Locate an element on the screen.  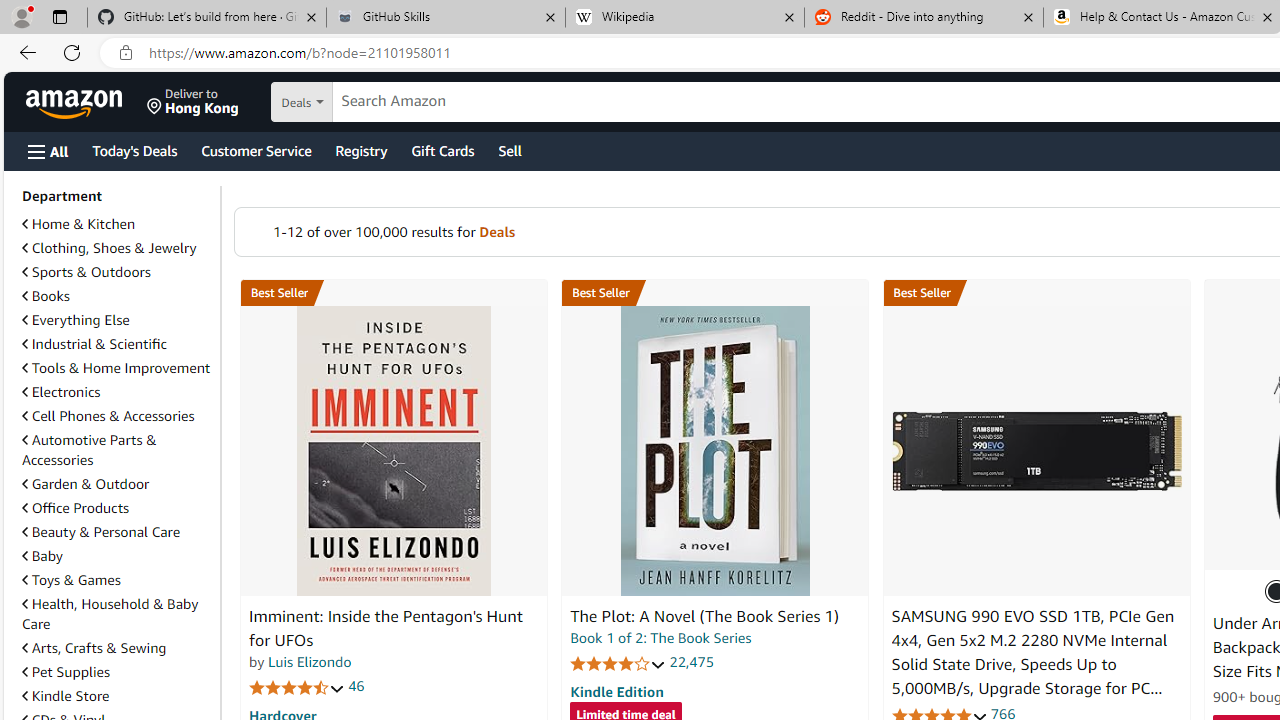
'Tools & Home Improvement' is located at coordinates (115, 368).